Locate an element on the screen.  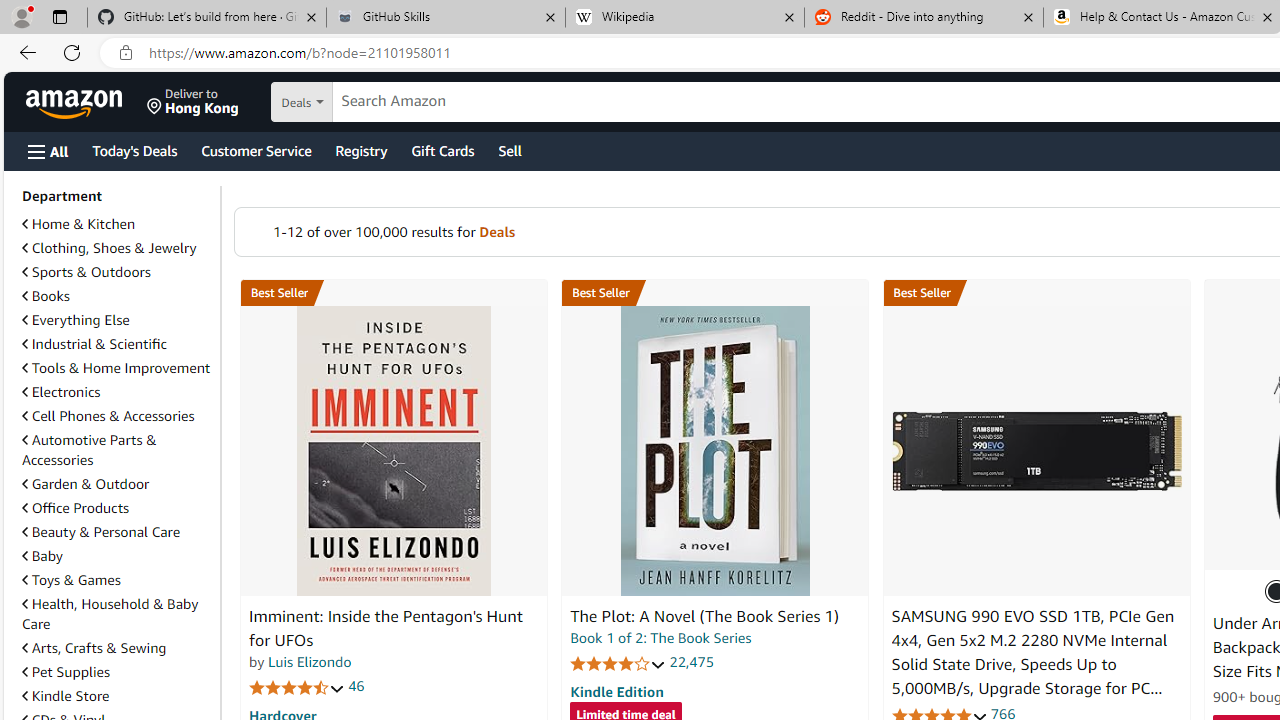
'Tools & Home Improvement' is located at coordinates (115, 368).